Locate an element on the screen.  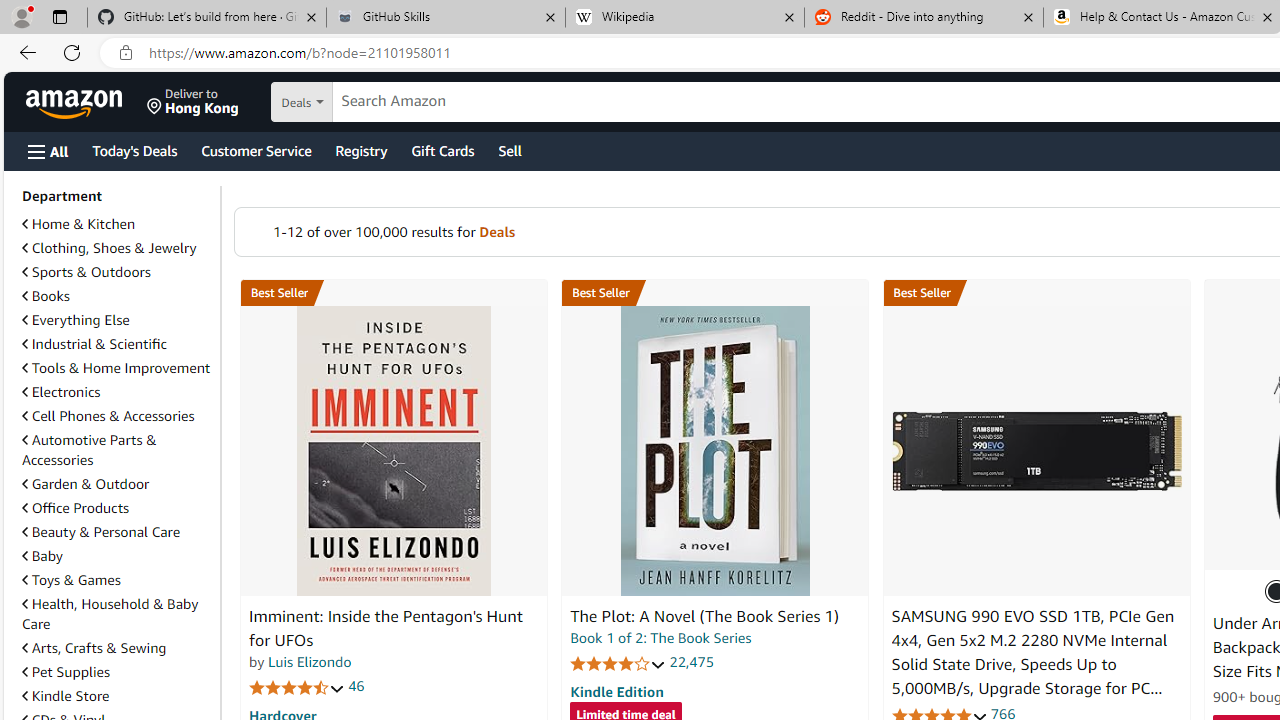
'Tools & Home Improvement' is located at coordinates (115, 368).